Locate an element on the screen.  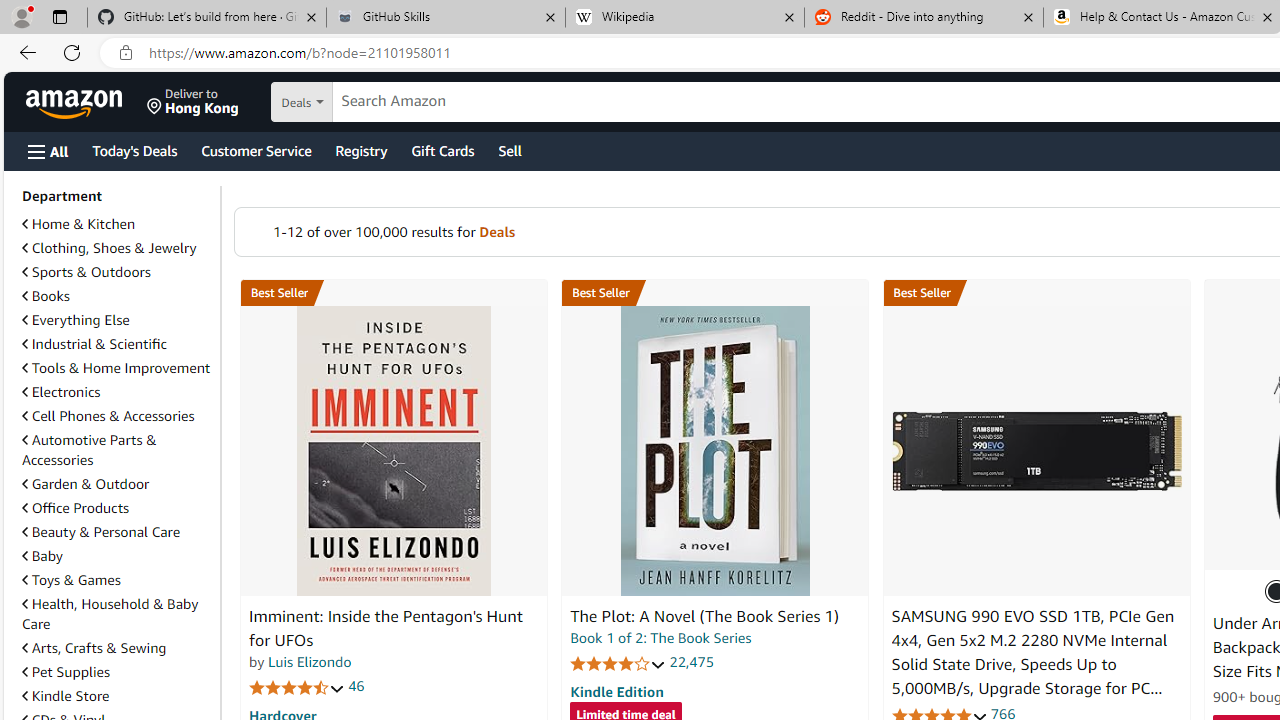
'Tools & Home Improvement' is located at coordinates (115, 368).